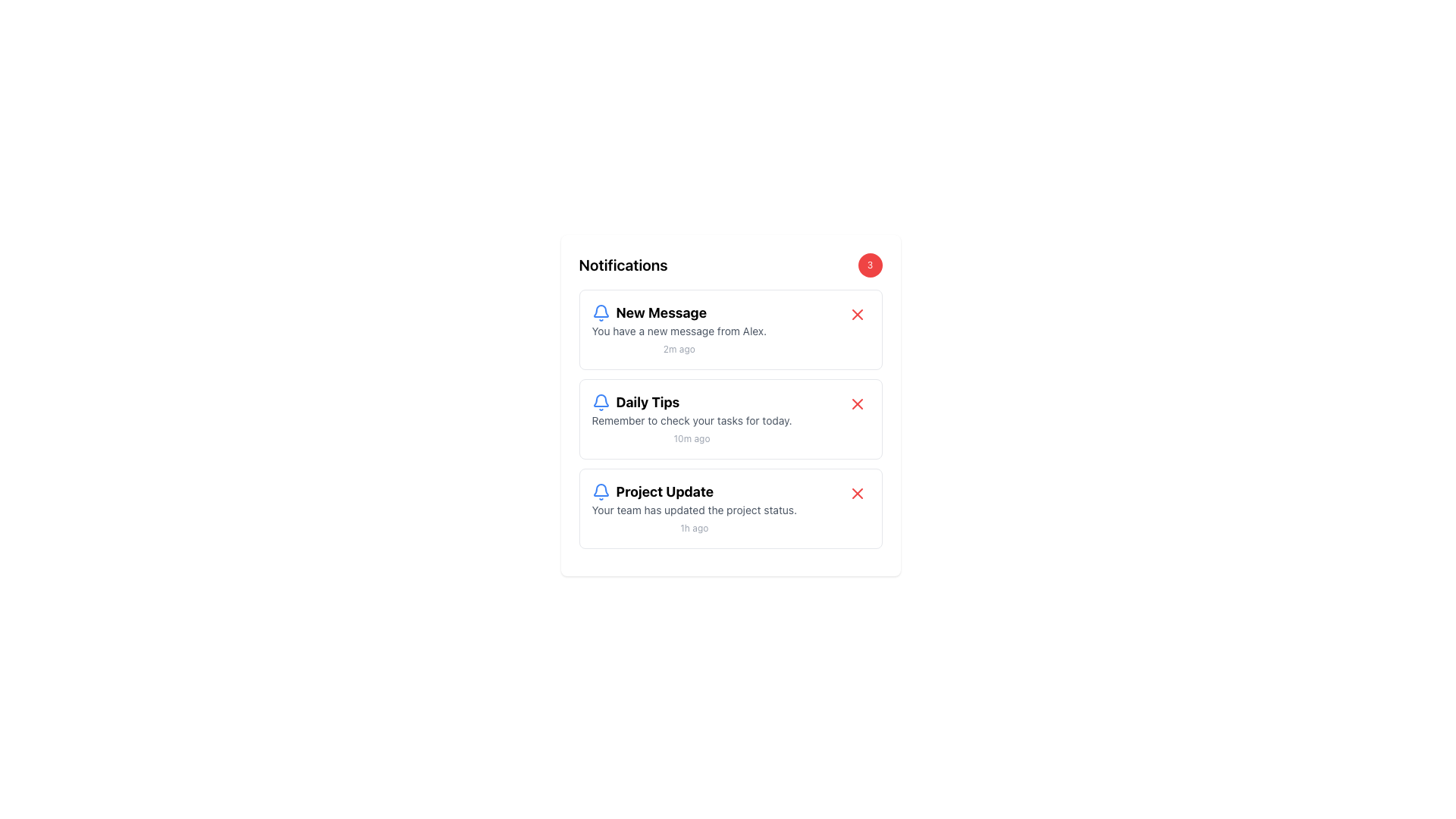 This screenshot has width=1456, height=819. I want to click on the Text Label that serves as the title of the notification, which is located to the immediate right of a blue bell icon and above the text 'You have a new message from Alex.', so click(678, 312).